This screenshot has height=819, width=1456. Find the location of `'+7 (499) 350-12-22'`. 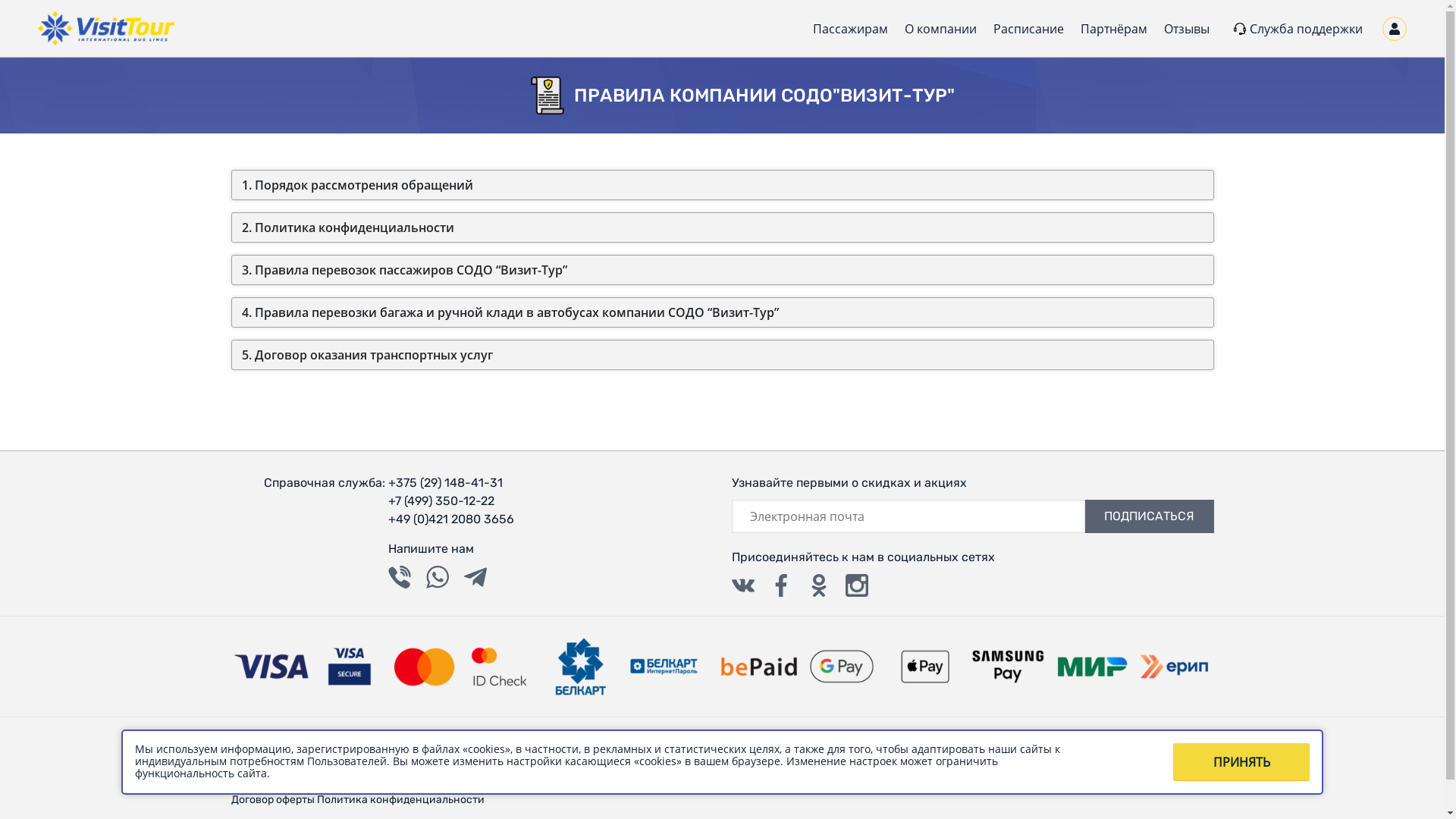

'+7 (499) 350-12-22' is located at coordinates (450, 500).